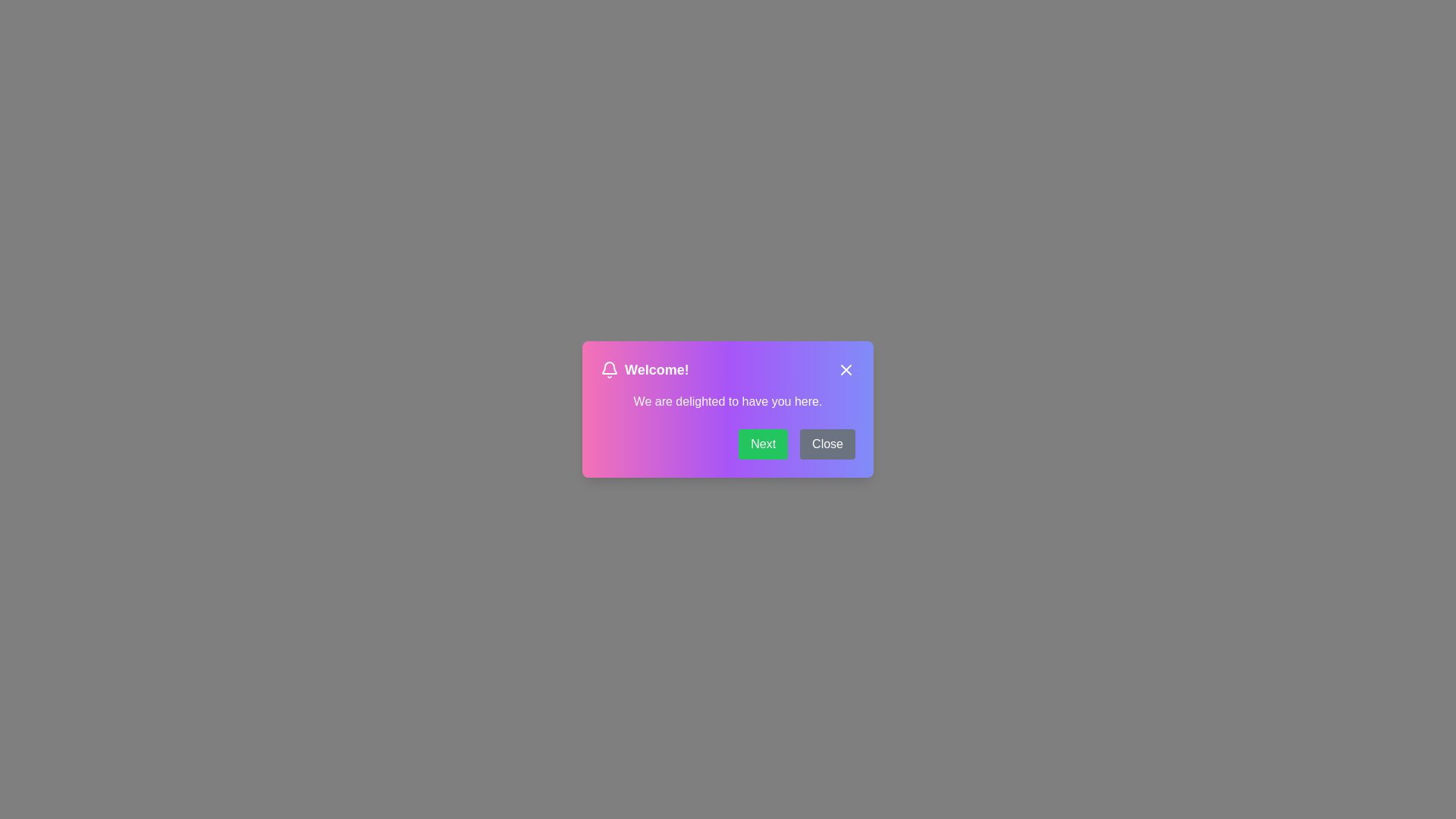 The height and width of the screenshot is (819, 1456). What do you see at coordinates (827, 444) in the screenshot?
I see `the Close button to interact with the notification dialog` at bounding box center [827, 444].